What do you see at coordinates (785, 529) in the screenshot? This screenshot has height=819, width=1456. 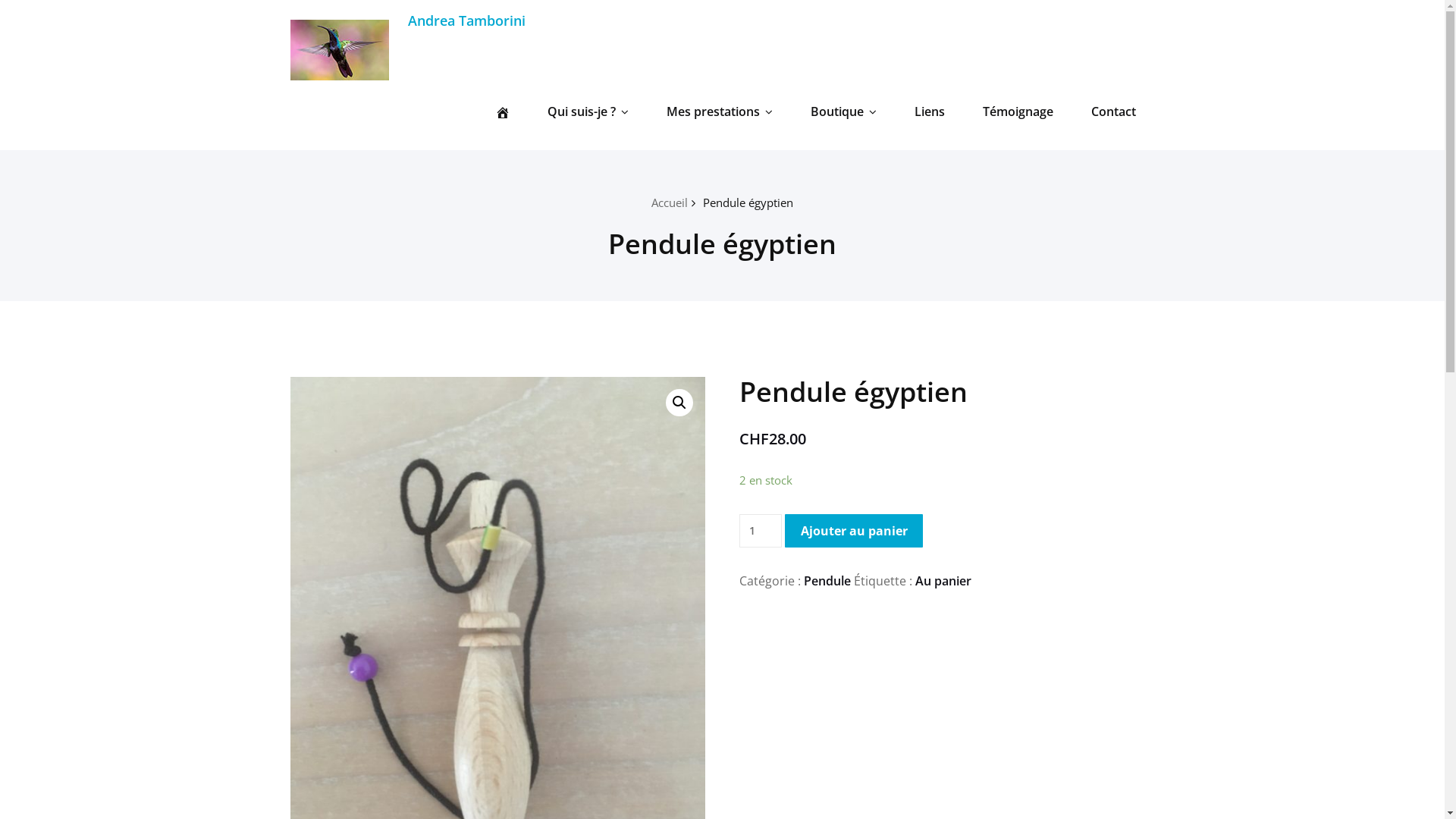 I see `'Ajouter au panier'` at bounding box center [785, 529].